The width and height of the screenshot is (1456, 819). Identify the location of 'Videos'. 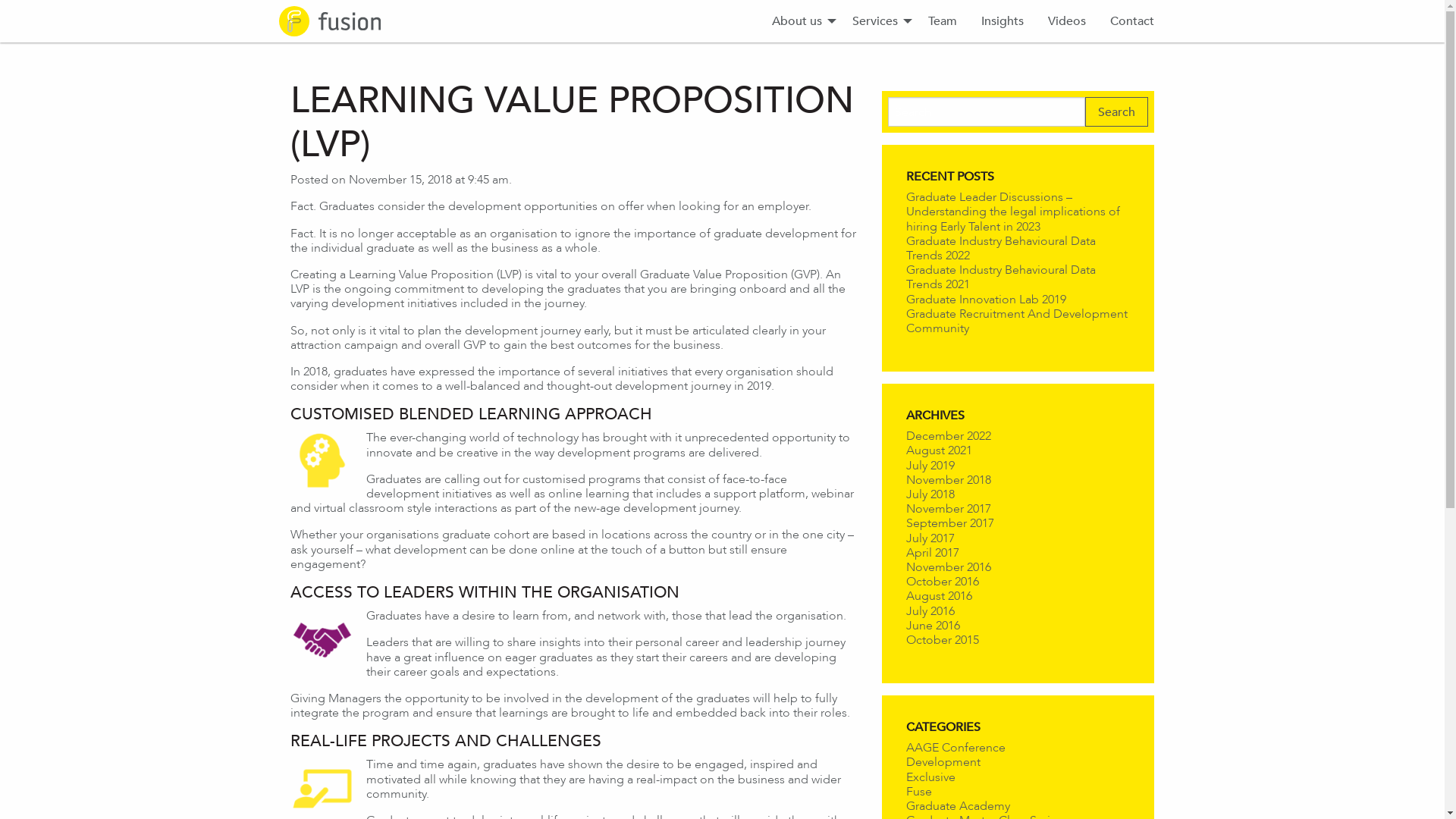
(1065, 20).